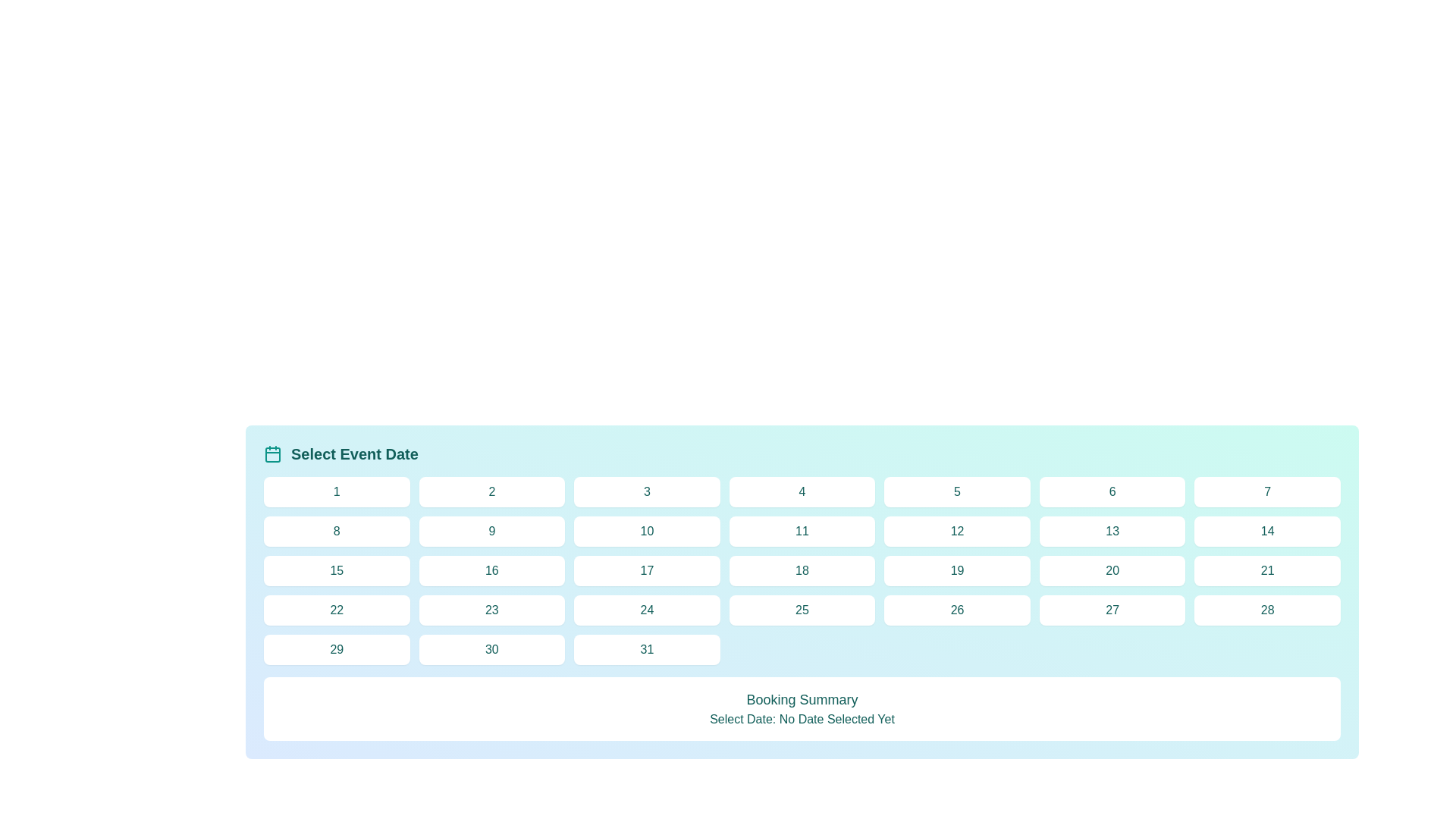 This screenshot has height=819, width=1456. Describe the element at coordinates (1267, 491) in the screenshot. I see `the rounded rectangular button with a white background and teal text displaying the number '7'` at that location.